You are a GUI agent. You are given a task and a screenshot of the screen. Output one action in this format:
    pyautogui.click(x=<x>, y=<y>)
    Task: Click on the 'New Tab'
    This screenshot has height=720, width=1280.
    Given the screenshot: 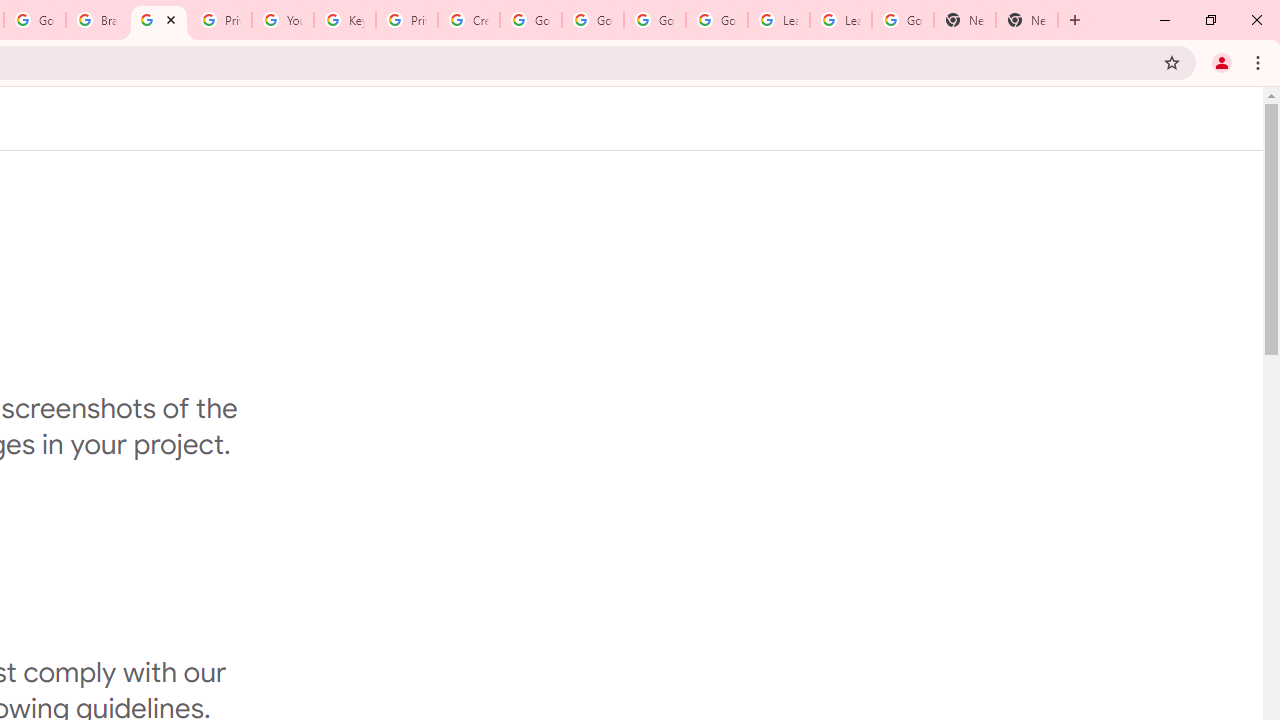 What is the action you would take?
    pyautogui.click(x=965, y=20)
    